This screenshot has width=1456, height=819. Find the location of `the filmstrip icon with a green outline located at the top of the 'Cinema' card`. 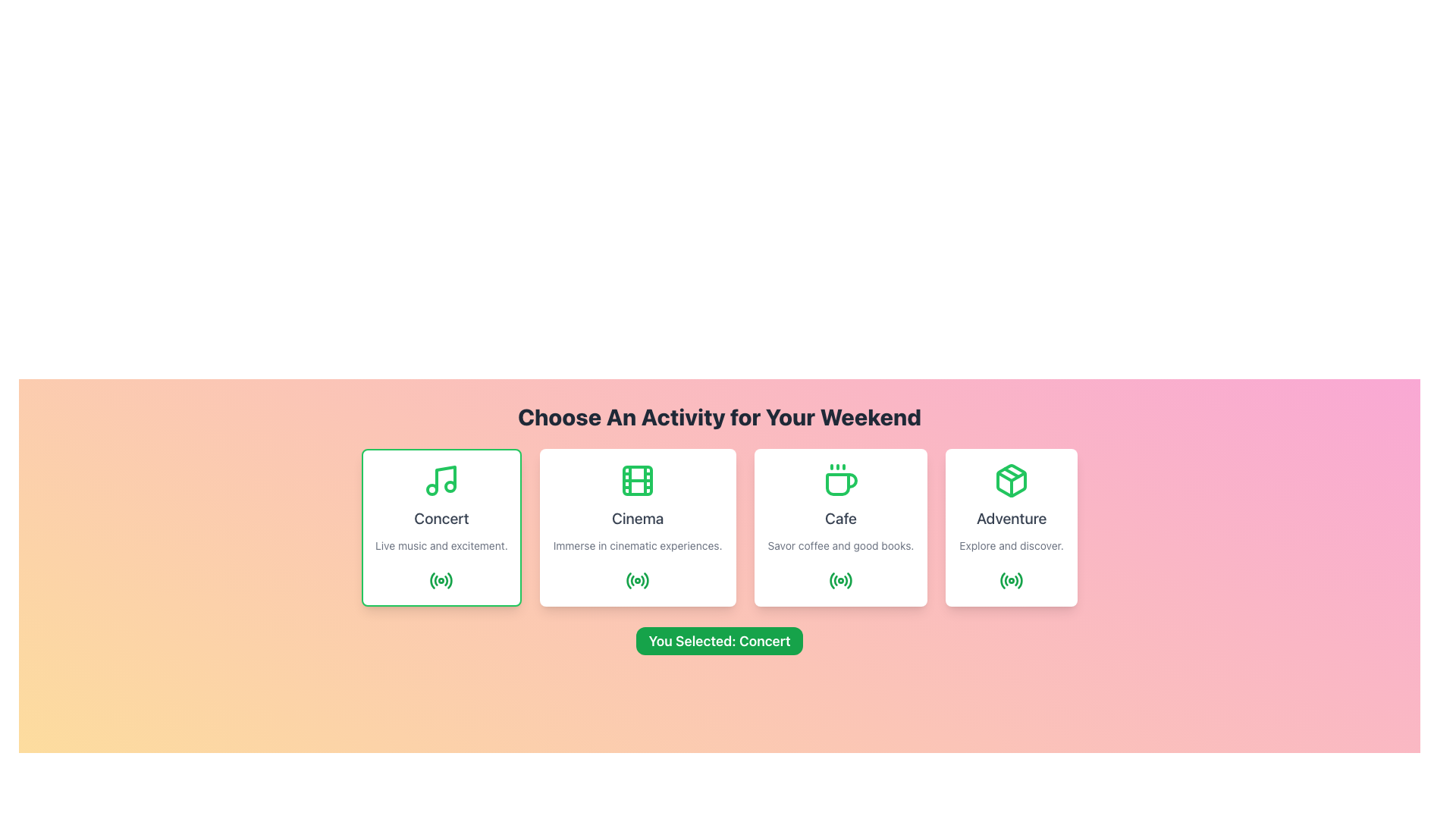

the filmstrip icon with a green outline located at the top of the 'Cinema' card is located at coordinates (638, 480).